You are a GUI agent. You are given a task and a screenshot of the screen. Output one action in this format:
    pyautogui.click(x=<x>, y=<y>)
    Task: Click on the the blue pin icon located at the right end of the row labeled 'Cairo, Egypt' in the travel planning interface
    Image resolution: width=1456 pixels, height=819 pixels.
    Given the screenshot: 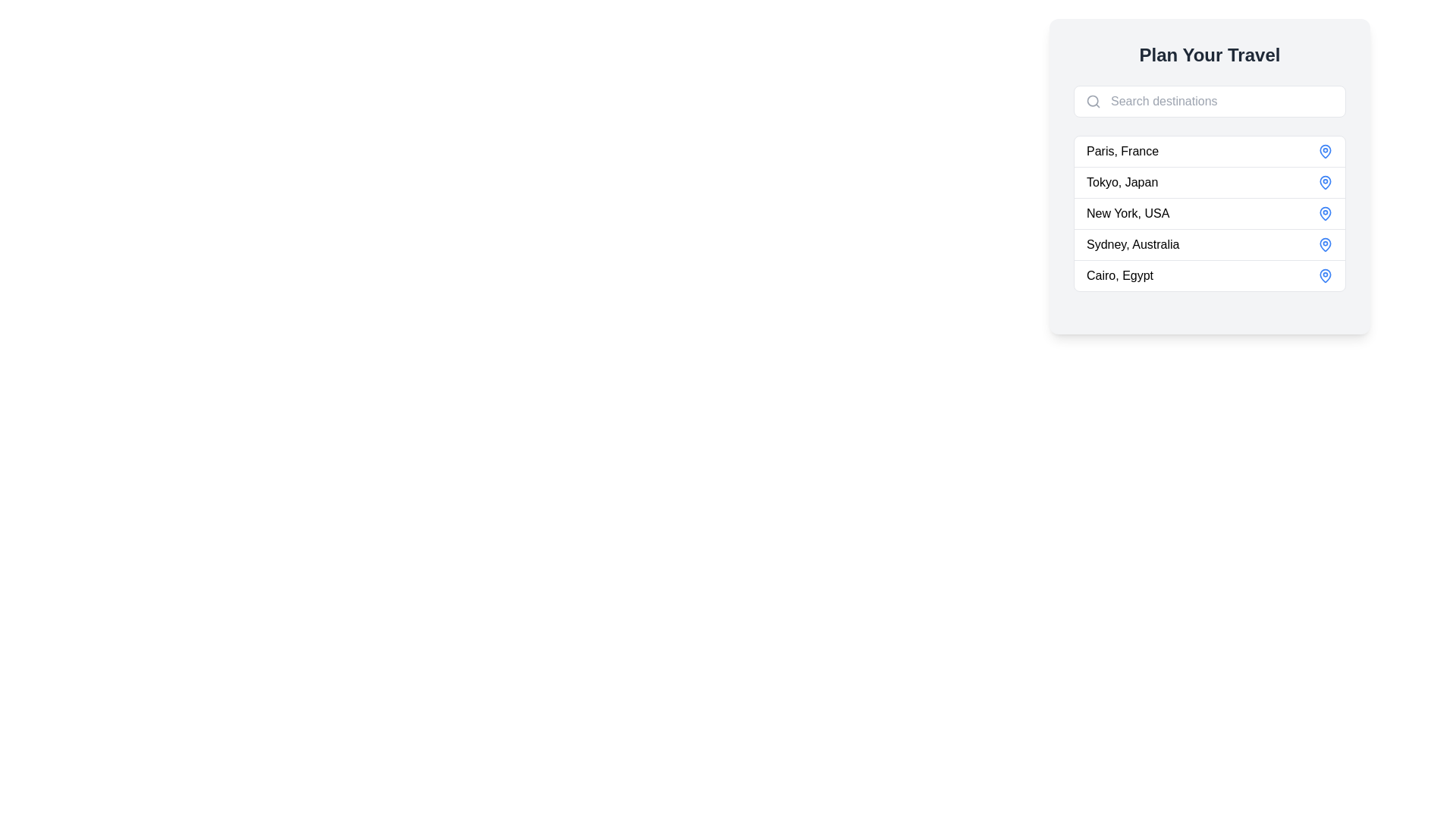 What is the action you would take?
    pyautogui.click(x=1324, y=275)
    